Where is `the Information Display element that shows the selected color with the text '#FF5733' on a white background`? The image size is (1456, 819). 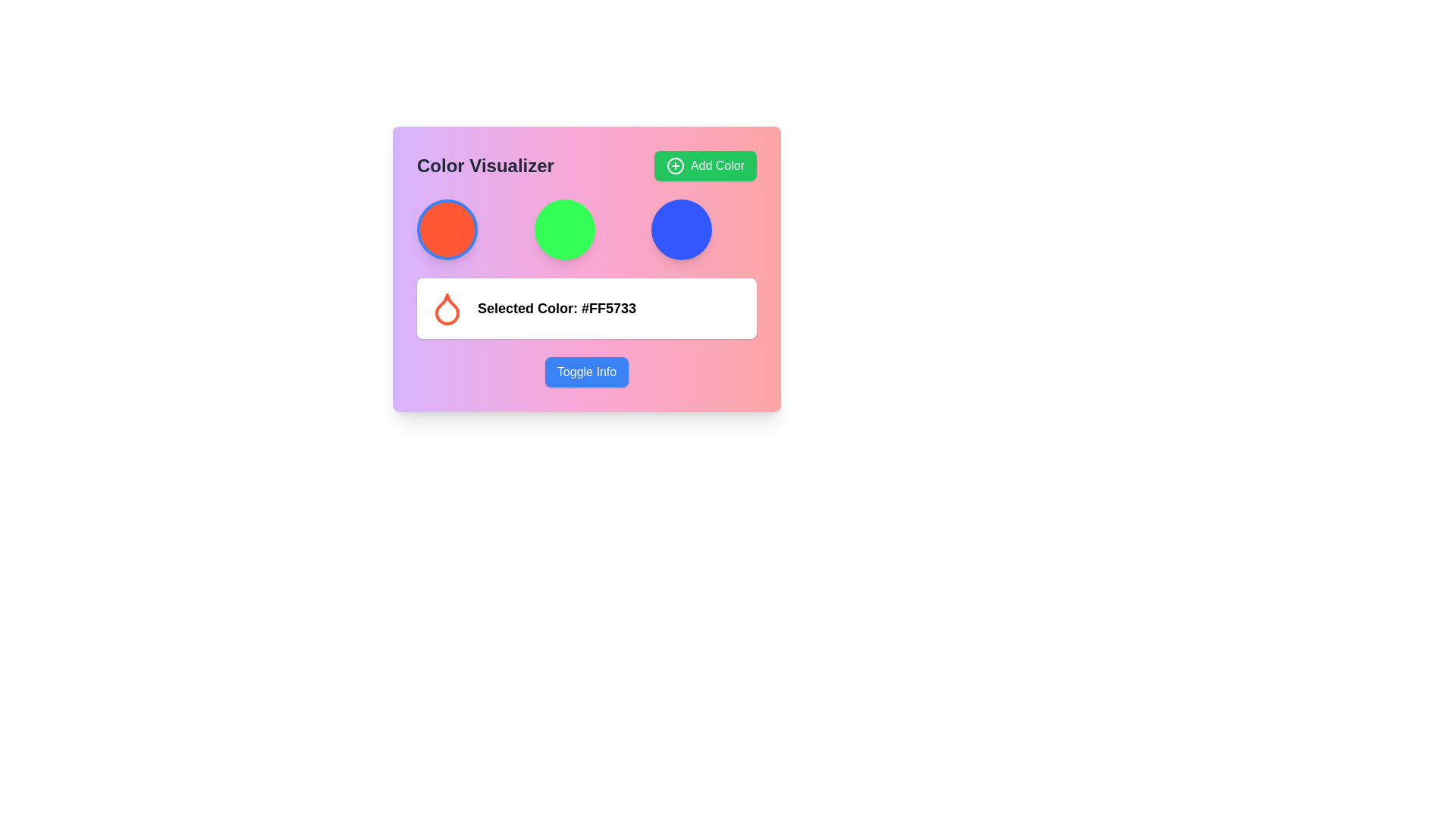
the Information Display element that shows the selected color with the text '#FF5733' on a white background is located at coordinates (585, 308).